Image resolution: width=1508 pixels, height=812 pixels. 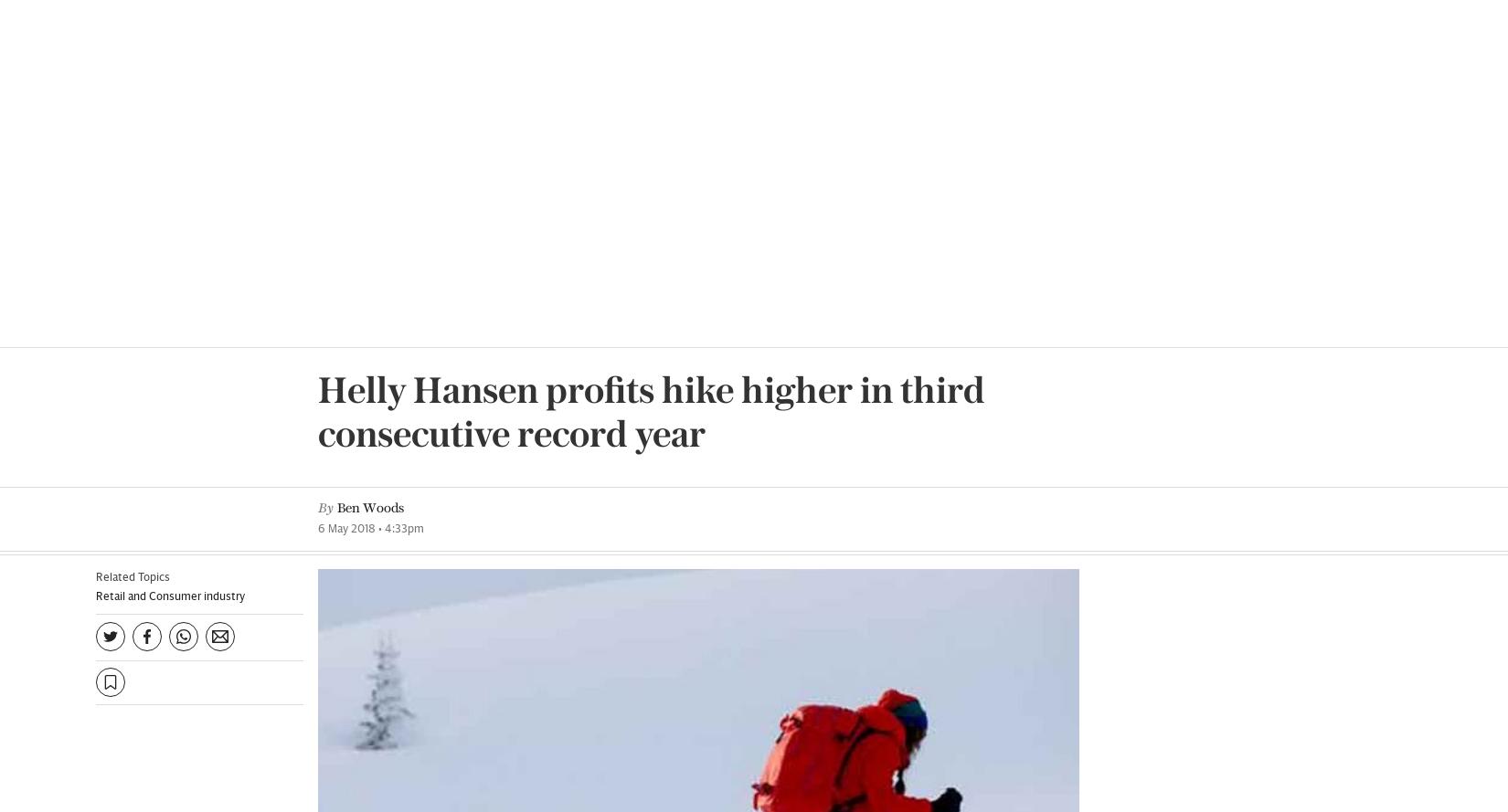 I want to click on 'Credit', so click(x=855, y=496).